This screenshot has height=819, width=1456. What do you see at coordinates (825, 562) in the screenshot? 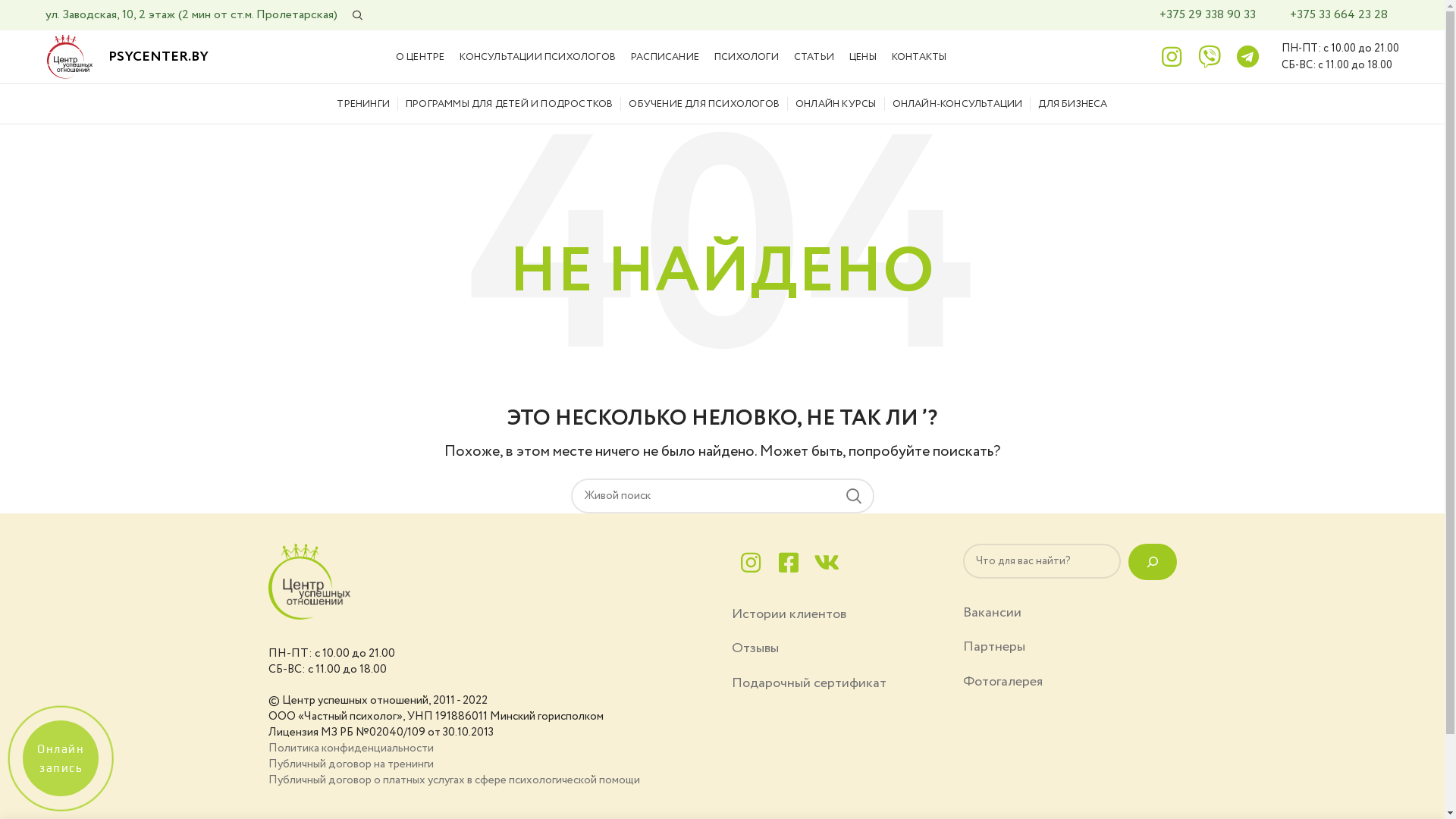
I see `'vk'` at bounding box center [825, 562].